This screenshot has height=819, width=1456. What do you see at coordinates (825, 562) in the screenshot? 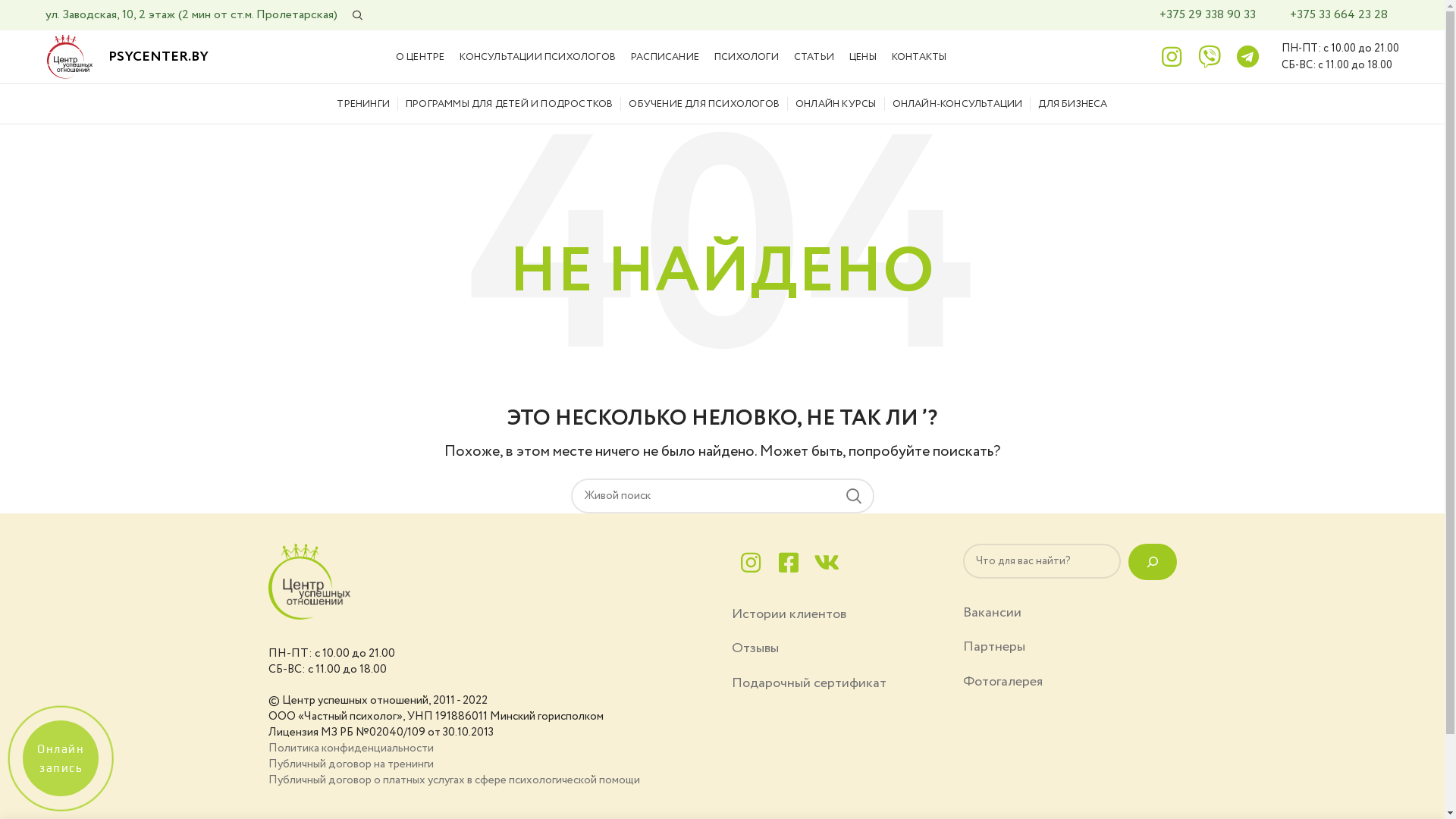
I see `'vk'` at bounding box center [825, 562].